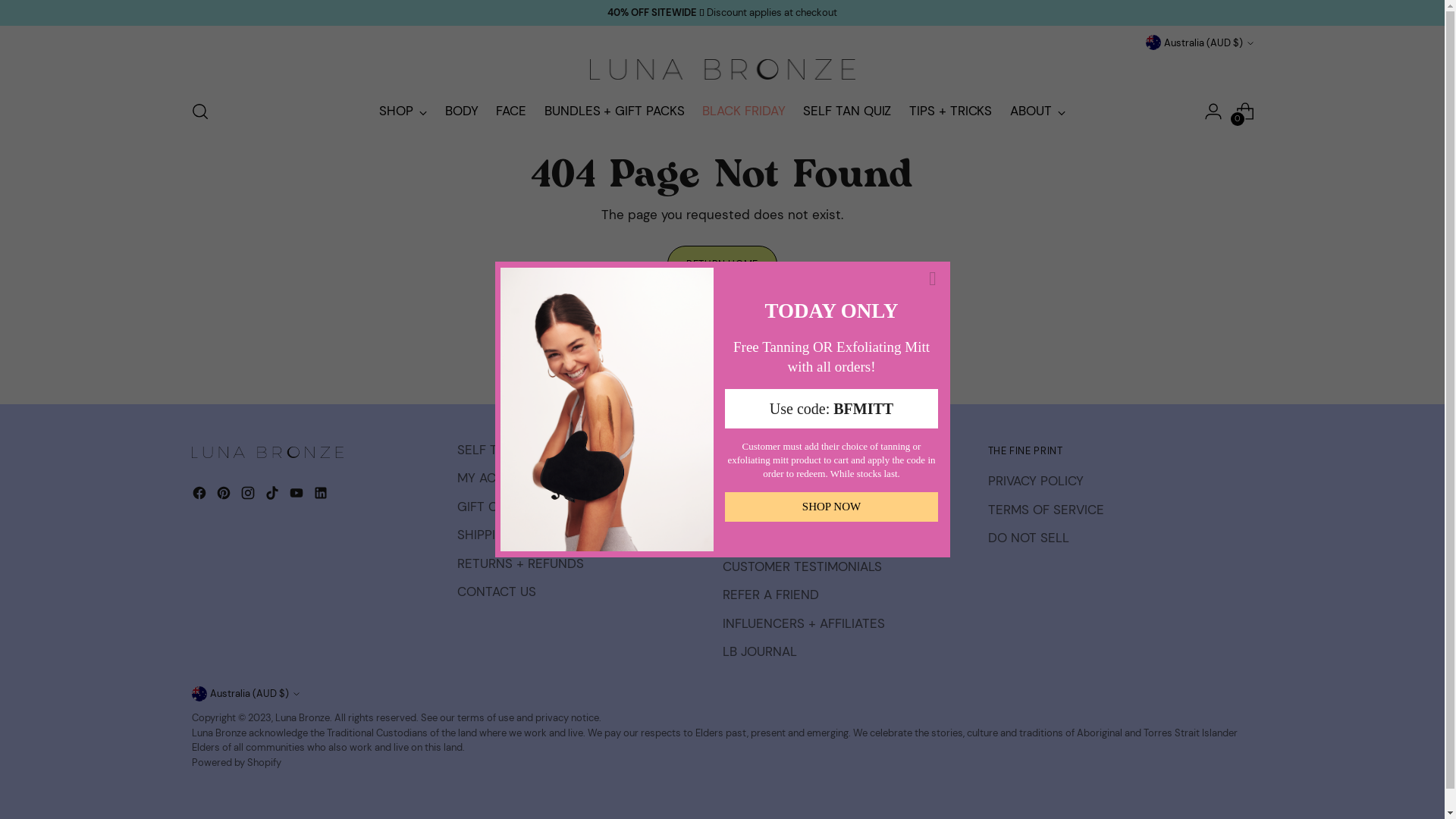 This screenshot has width=1456, height=819. What do you see at coordinates (235, 762) in the screenshot?
I see `'Powered by Shopify'` at bounding box center [235, 762].